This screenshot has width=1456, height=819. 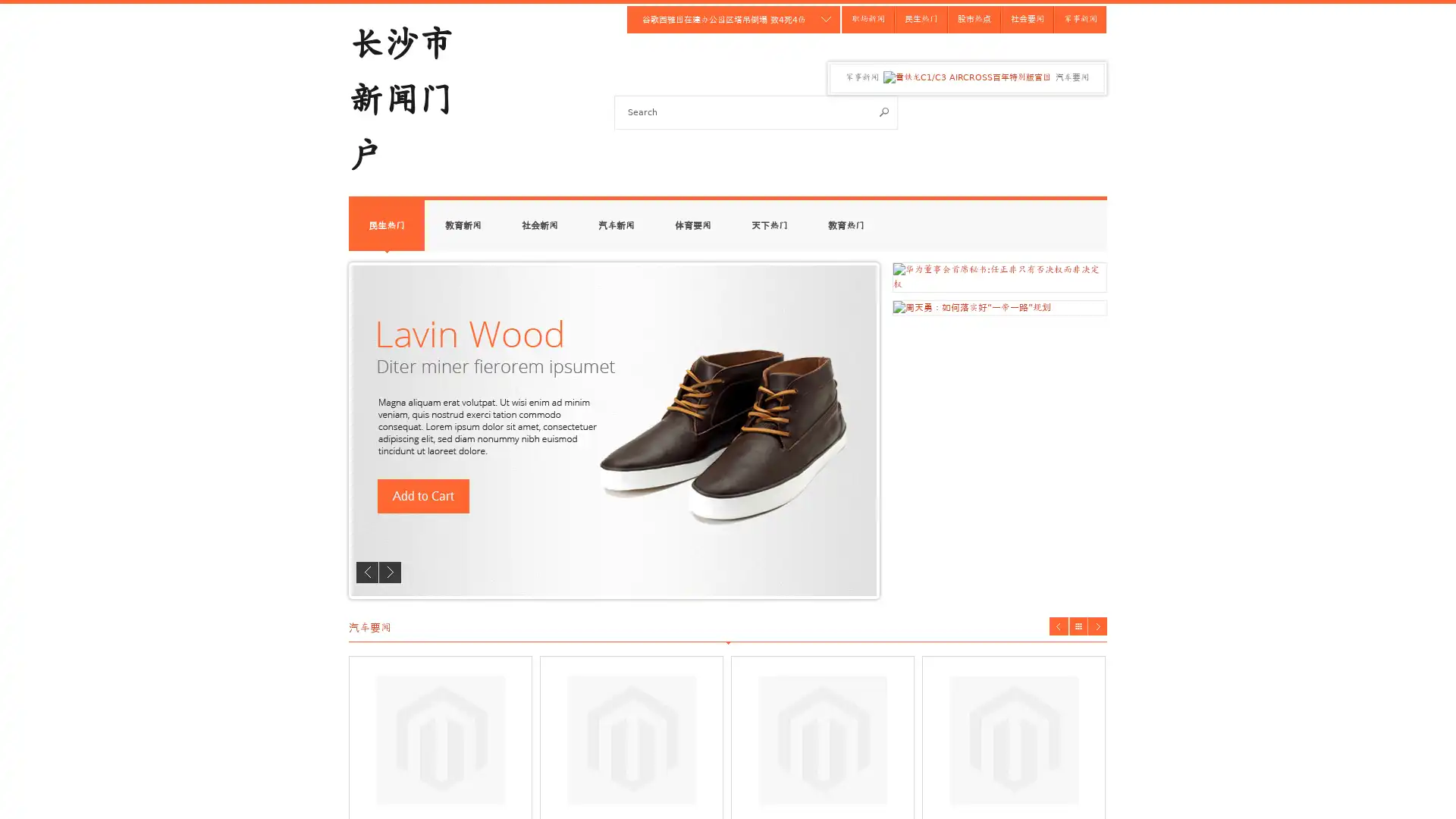 I want to click on Search, so click(x=884, y=111).